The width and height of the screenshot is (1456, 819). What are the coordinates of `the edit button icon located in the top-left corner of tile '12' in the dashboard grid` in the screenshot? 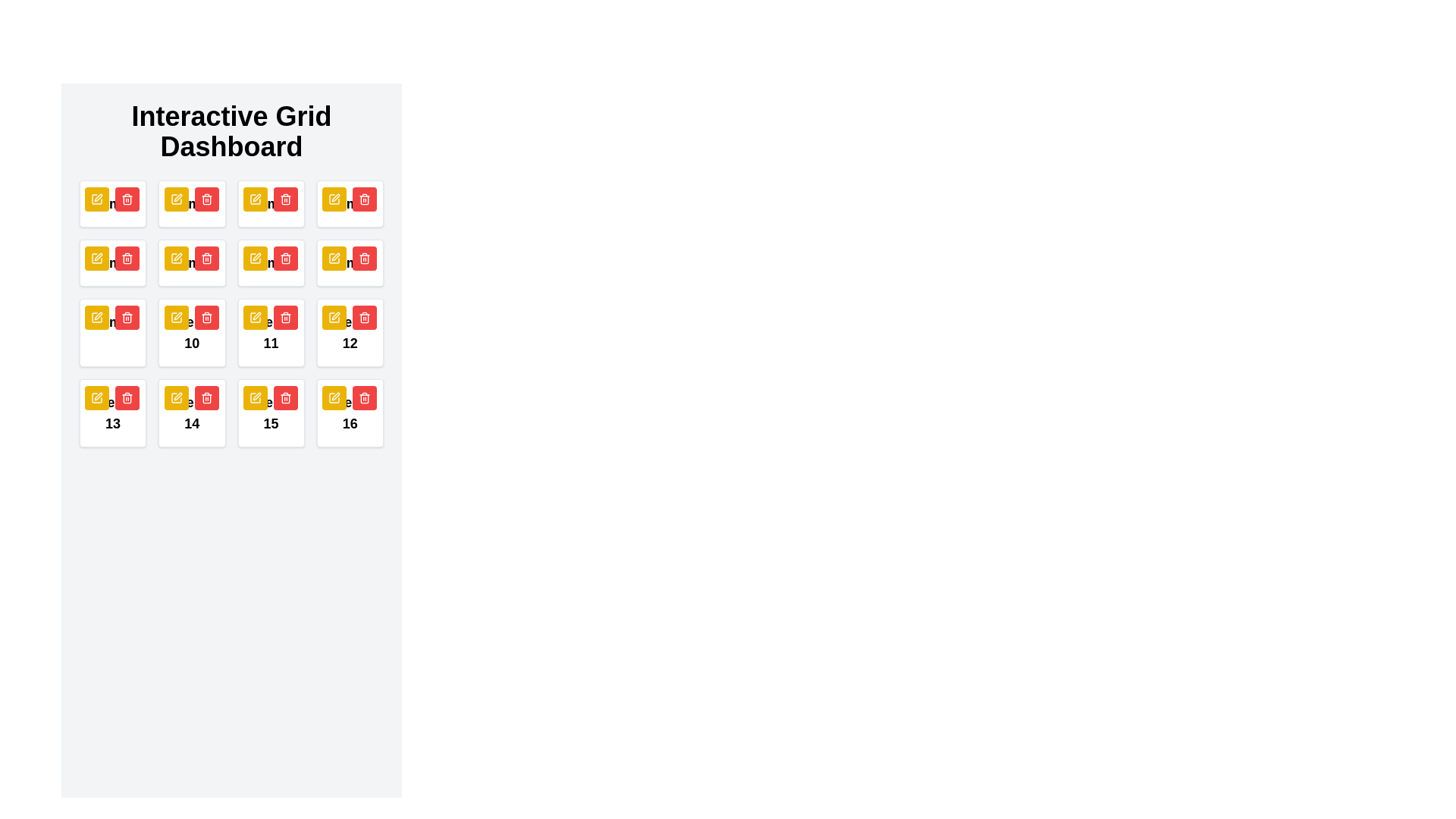 It's located at (334, 317).